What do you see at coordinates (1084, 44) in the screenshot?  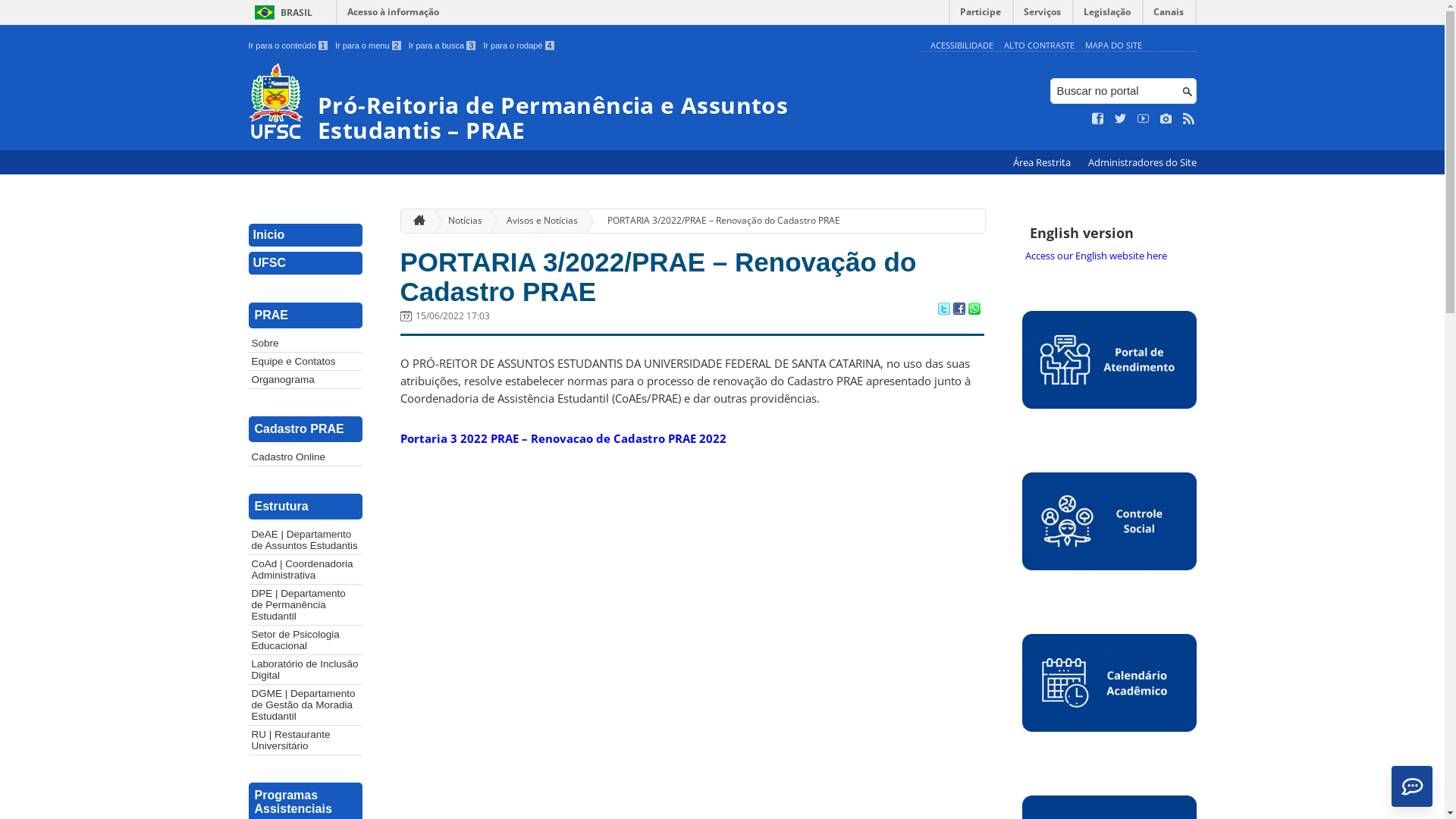 I see `'MAPA DO SITE'` at bounding box center [1084, 44].